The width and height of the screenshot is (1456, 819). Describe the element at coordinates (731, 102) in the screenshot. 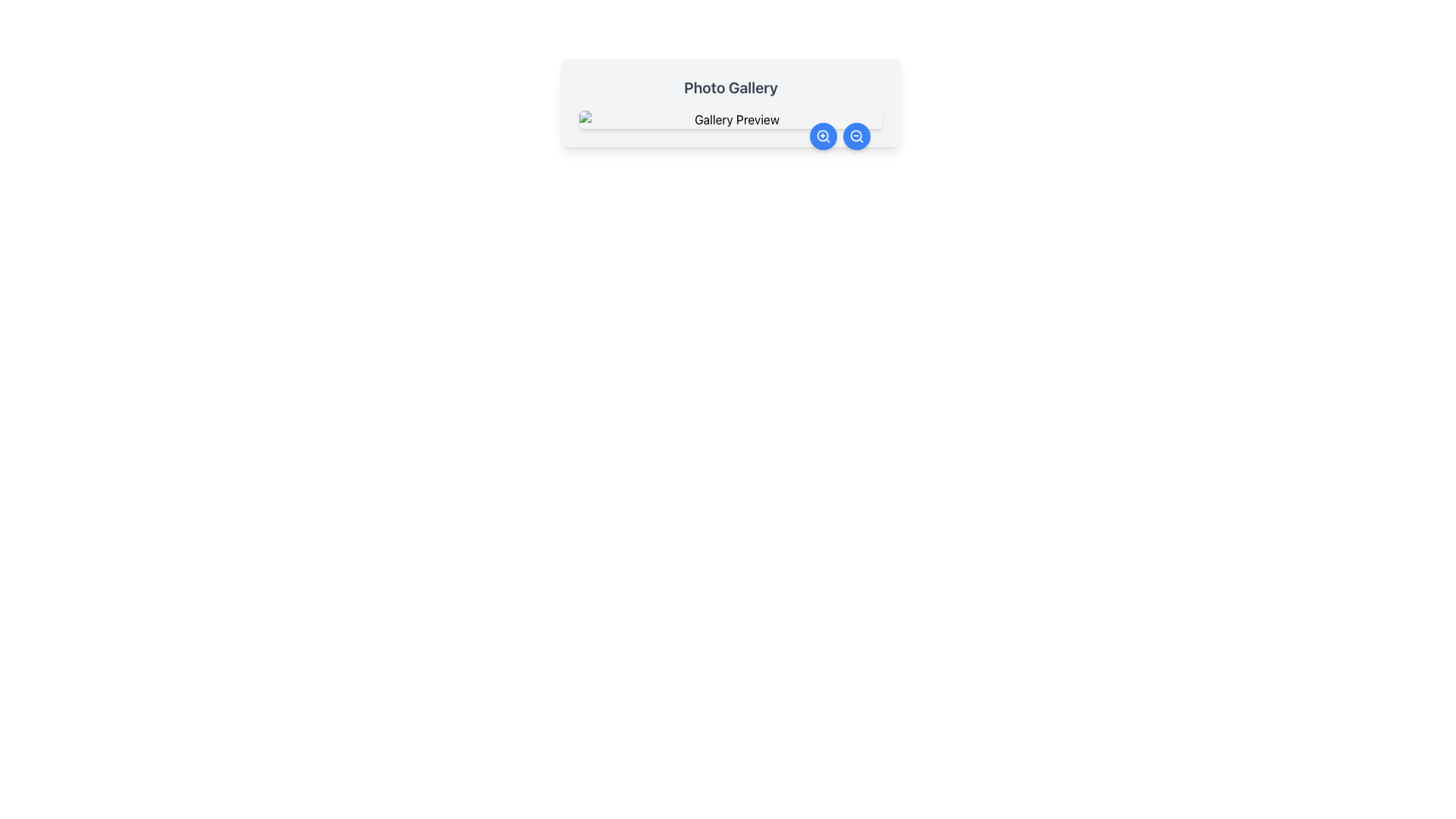

I see `the 'Photo Gallery' header element to focus on the gallery content` at that location.